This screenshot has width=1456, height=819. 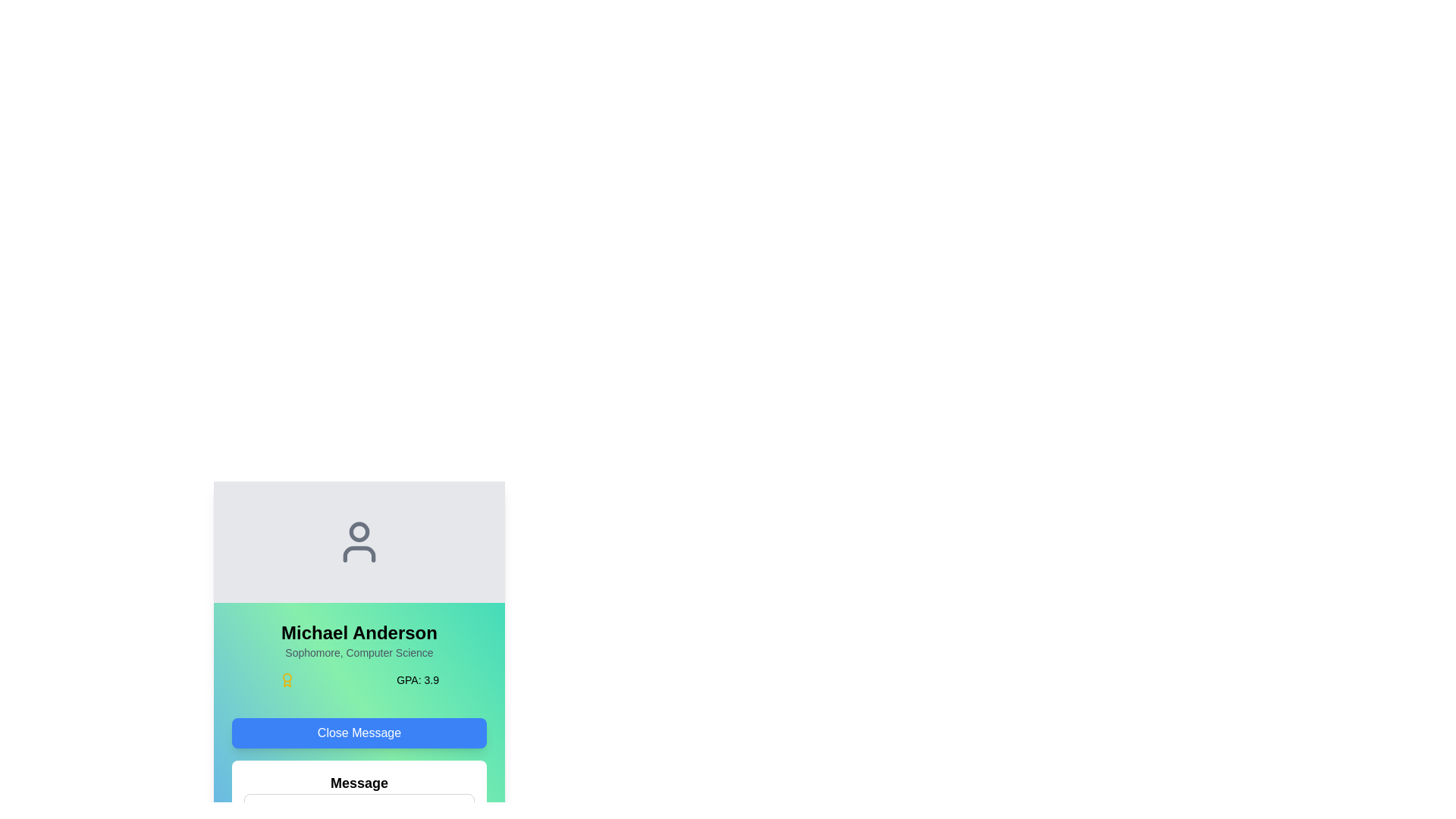 What do you see at coordinates (359, 541) in the screenshot?
I see `the profile icon that serves as a visual representation of a user's account, centrally positioned at the top of a card-like layout` at bounding box center [359, 541].